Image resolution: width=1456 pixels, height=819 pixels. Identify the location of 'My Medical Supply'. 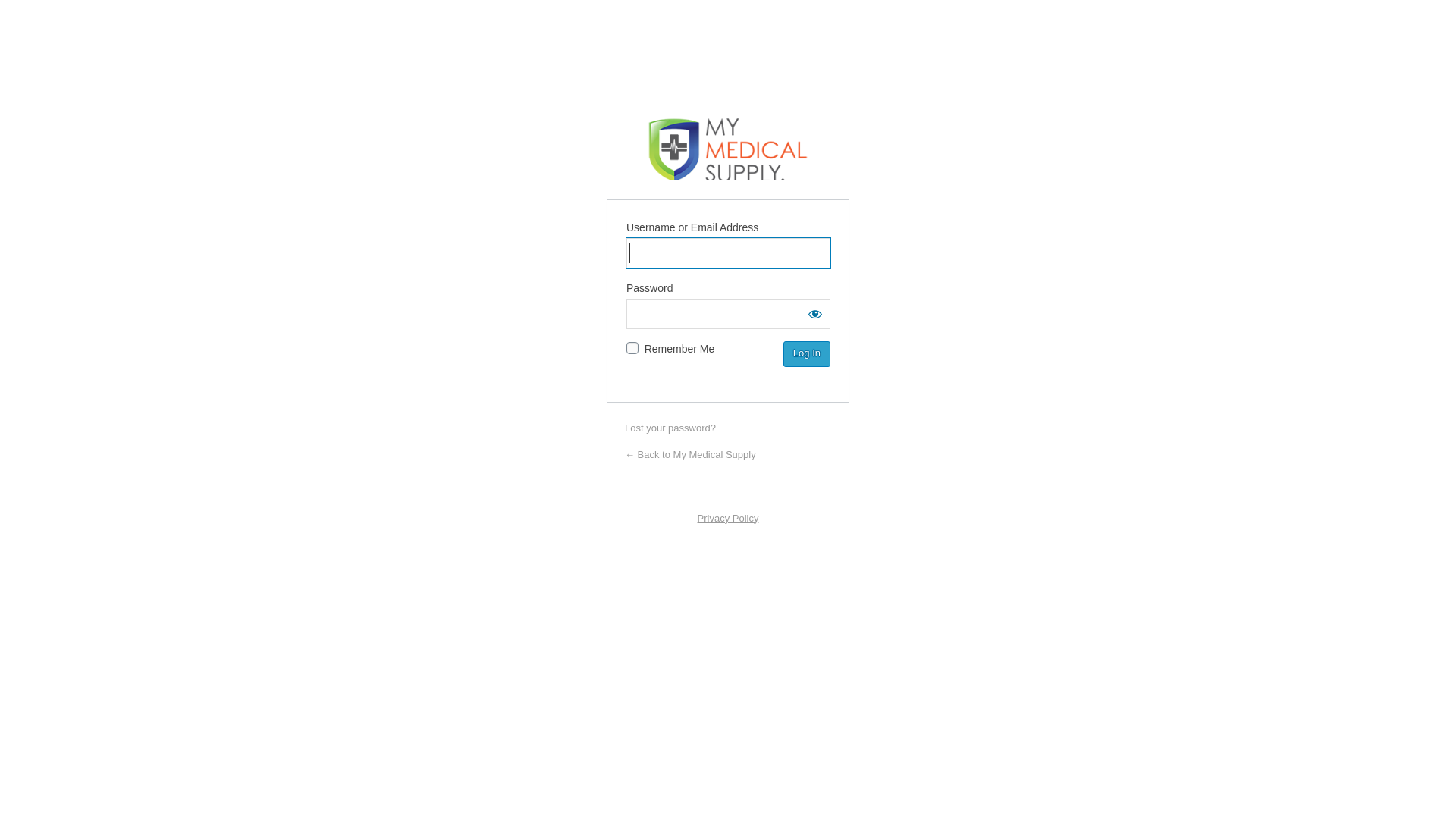
(728, 149).